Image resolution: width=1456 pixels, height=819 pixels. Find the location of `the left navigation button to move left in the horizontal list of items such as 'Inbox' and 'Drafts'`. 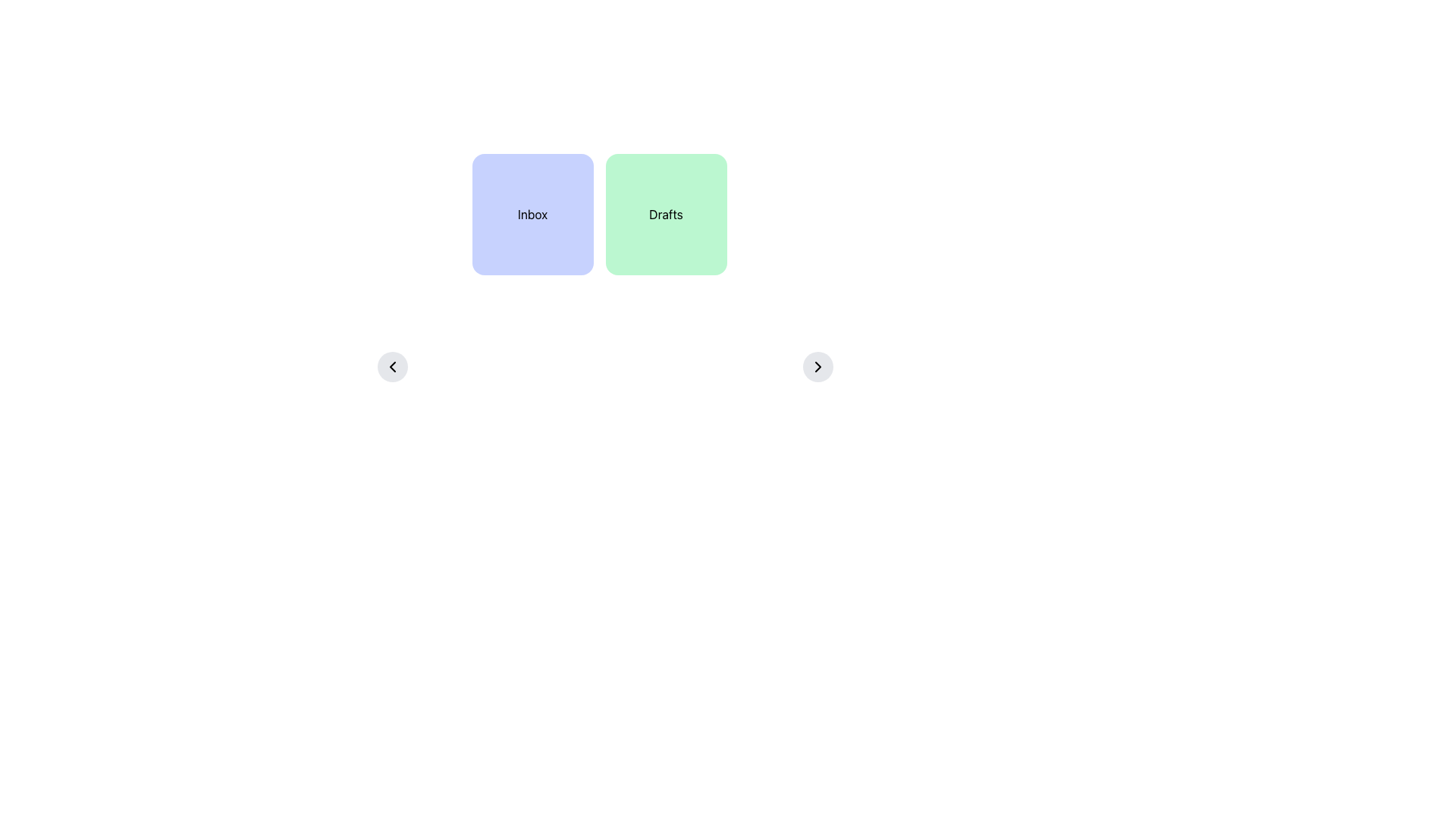

the left navigation button to move left in the horizontal list of items such as 'Inbox' and 'Drafts' is located at coordinates (393, 366).